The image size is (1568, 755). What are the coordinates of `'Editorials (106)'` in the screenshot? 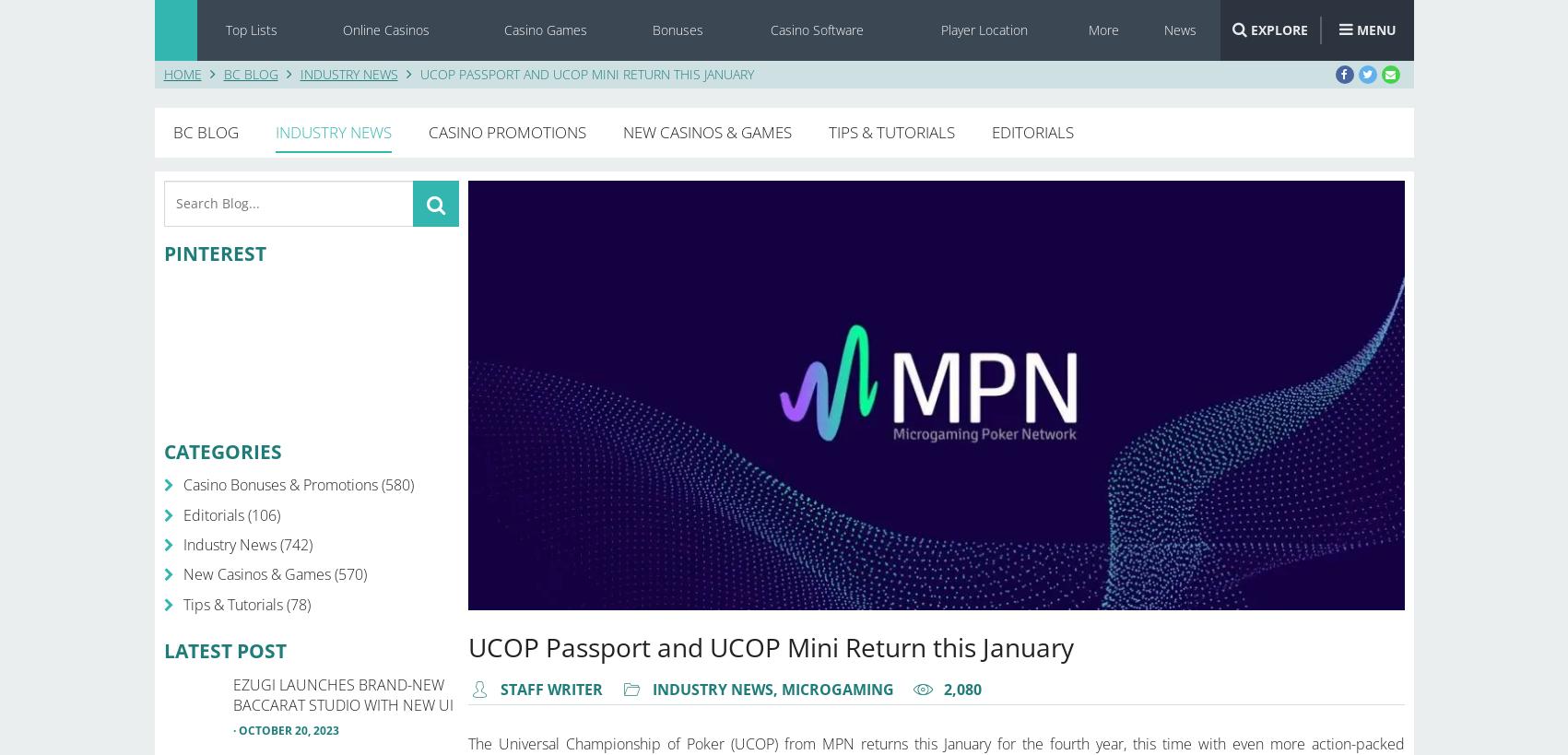 It's located at (230, 513).